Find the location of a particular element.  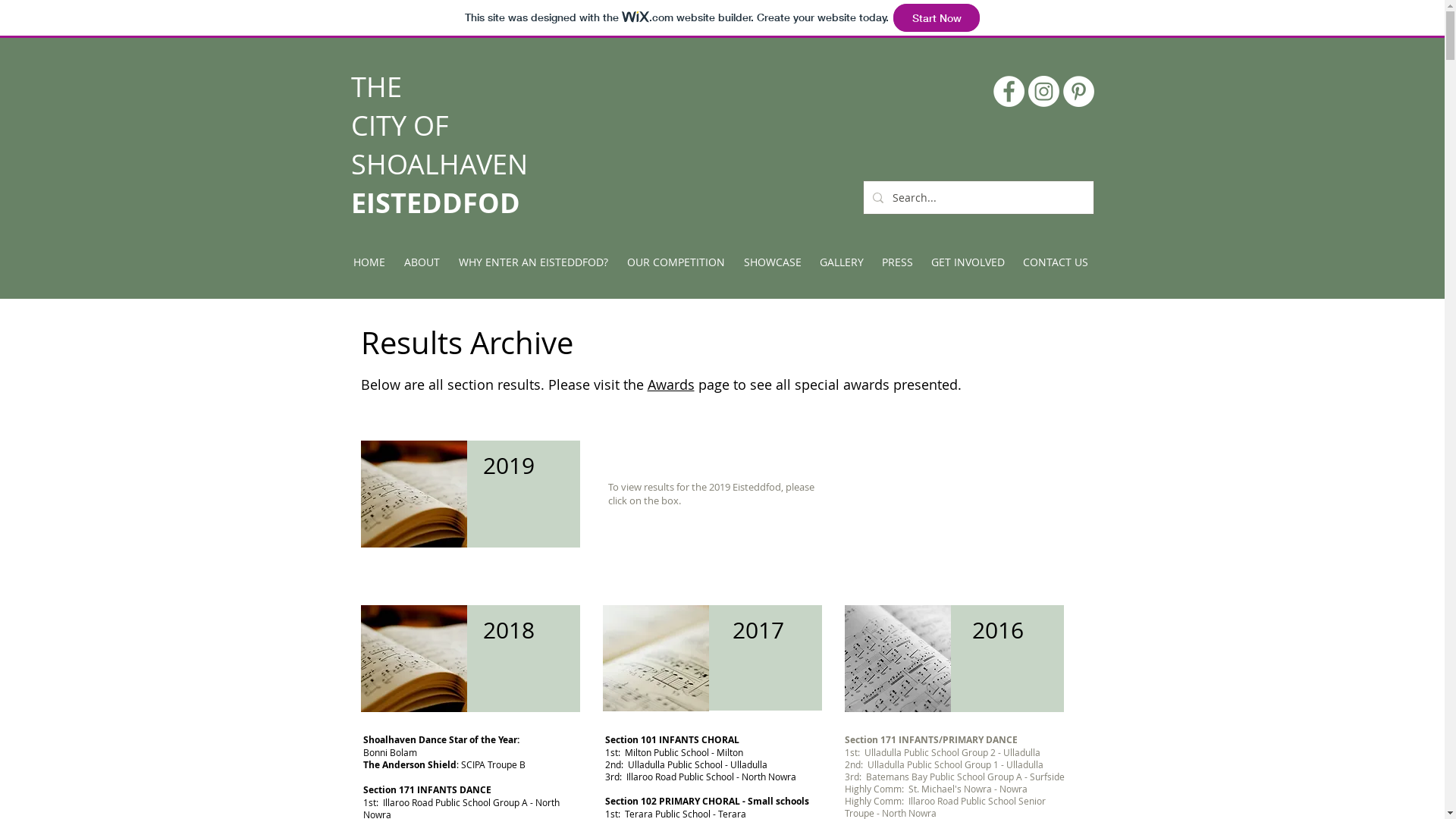

'Nocturne' is located at coordinates (898, 657).